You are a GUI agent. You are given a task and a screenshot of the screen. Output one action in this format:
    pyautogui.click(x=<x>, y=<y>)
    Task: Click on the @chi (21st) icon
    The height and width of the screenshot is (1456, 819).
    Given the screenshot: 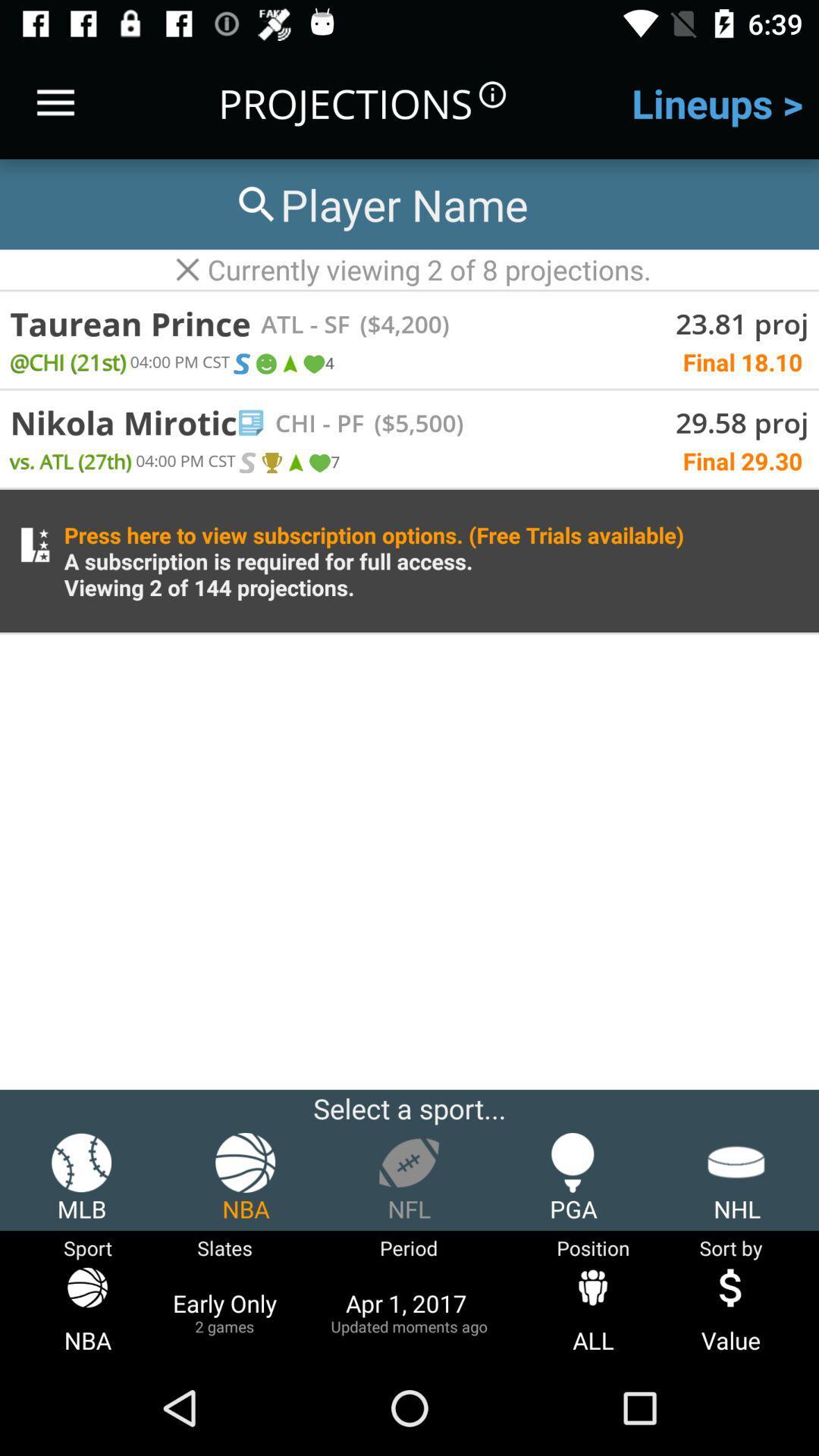 What is the action you would take?
    pyautogui.click(x=67, y=360)
    